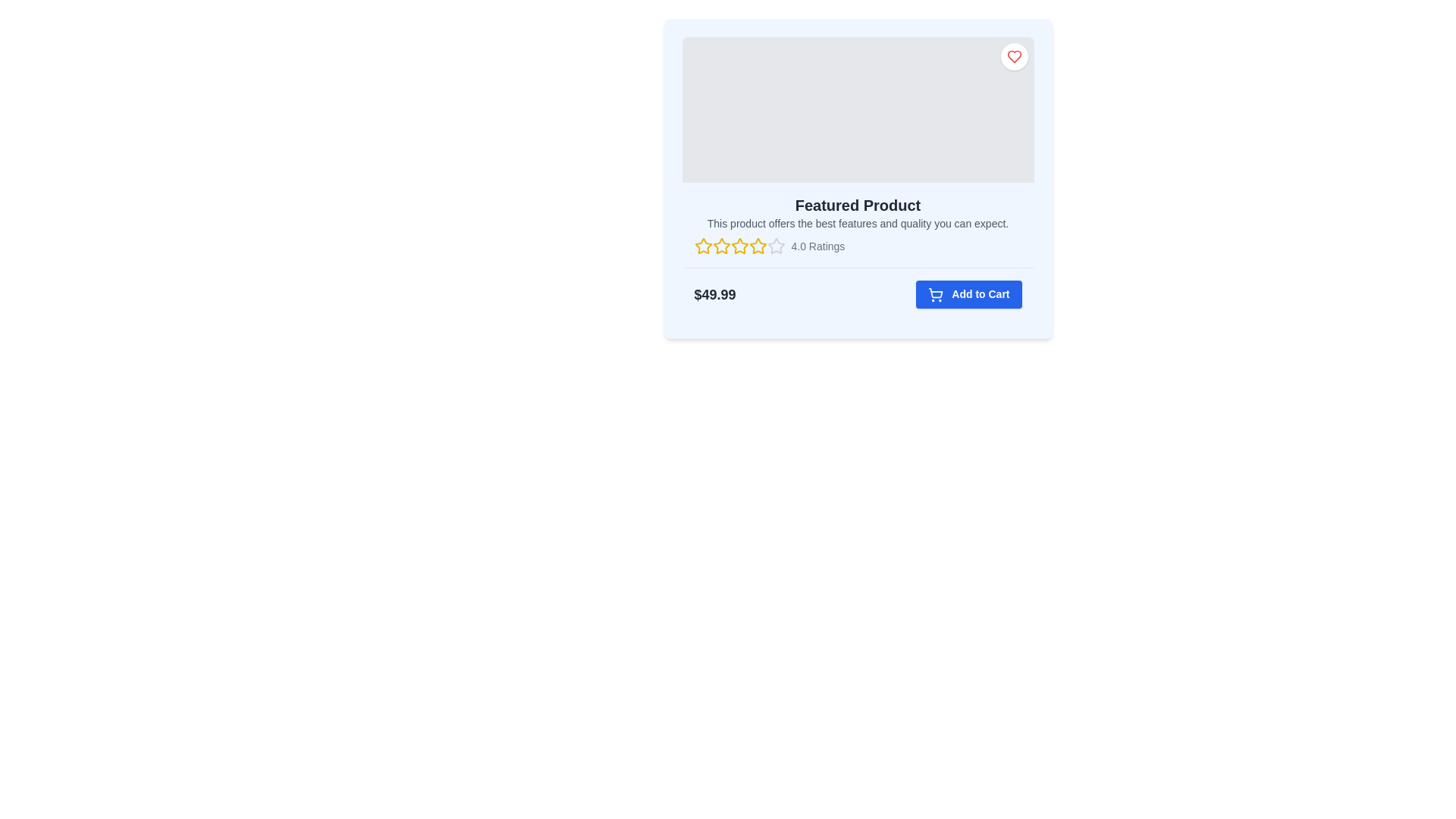 Image resolution: width=1456 pixels, height=819 pixels. Describe the element at coordinates (858, 223) in the screenshot. I see `the Text Label that provides a description of the featured product, positioned below the 'Featured Product' title and above the star rating component` at that location.